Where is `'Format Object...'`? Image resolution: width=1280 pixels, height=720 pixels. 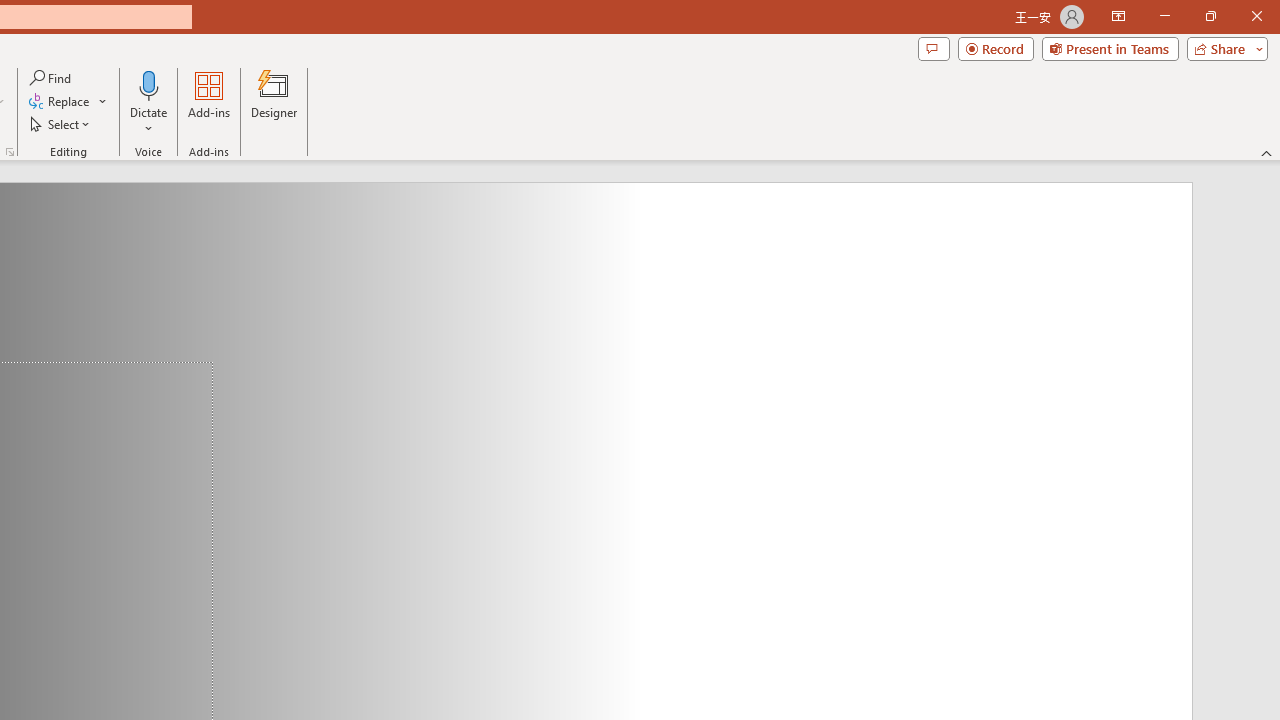
'Format Object...' is located at coordinates (10, 150).